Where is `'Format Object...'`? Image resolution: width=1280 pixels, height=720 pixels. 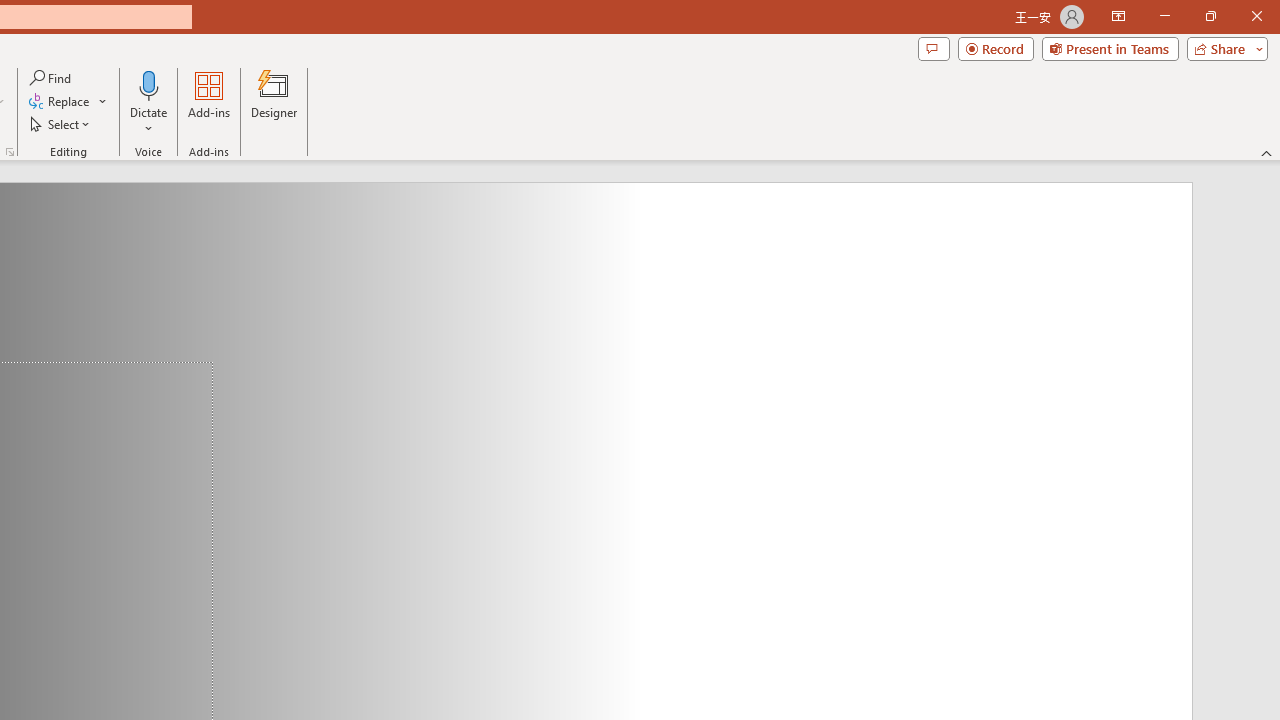
'Format Object...' is located at coordinates (10, 150).